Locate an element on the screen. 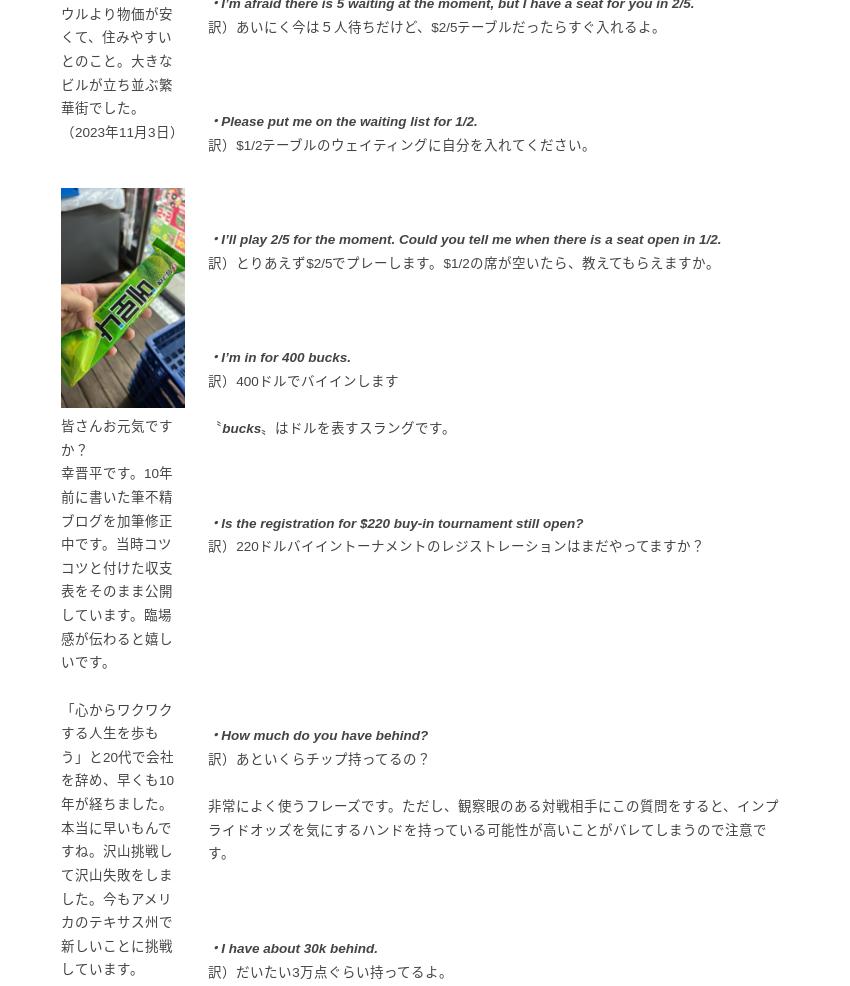 The height and width of the screenshot is (986, 850). '訳）$1/2テーブルのウェイティングに自分を入れてください。' is located at coordinates (206, 144).